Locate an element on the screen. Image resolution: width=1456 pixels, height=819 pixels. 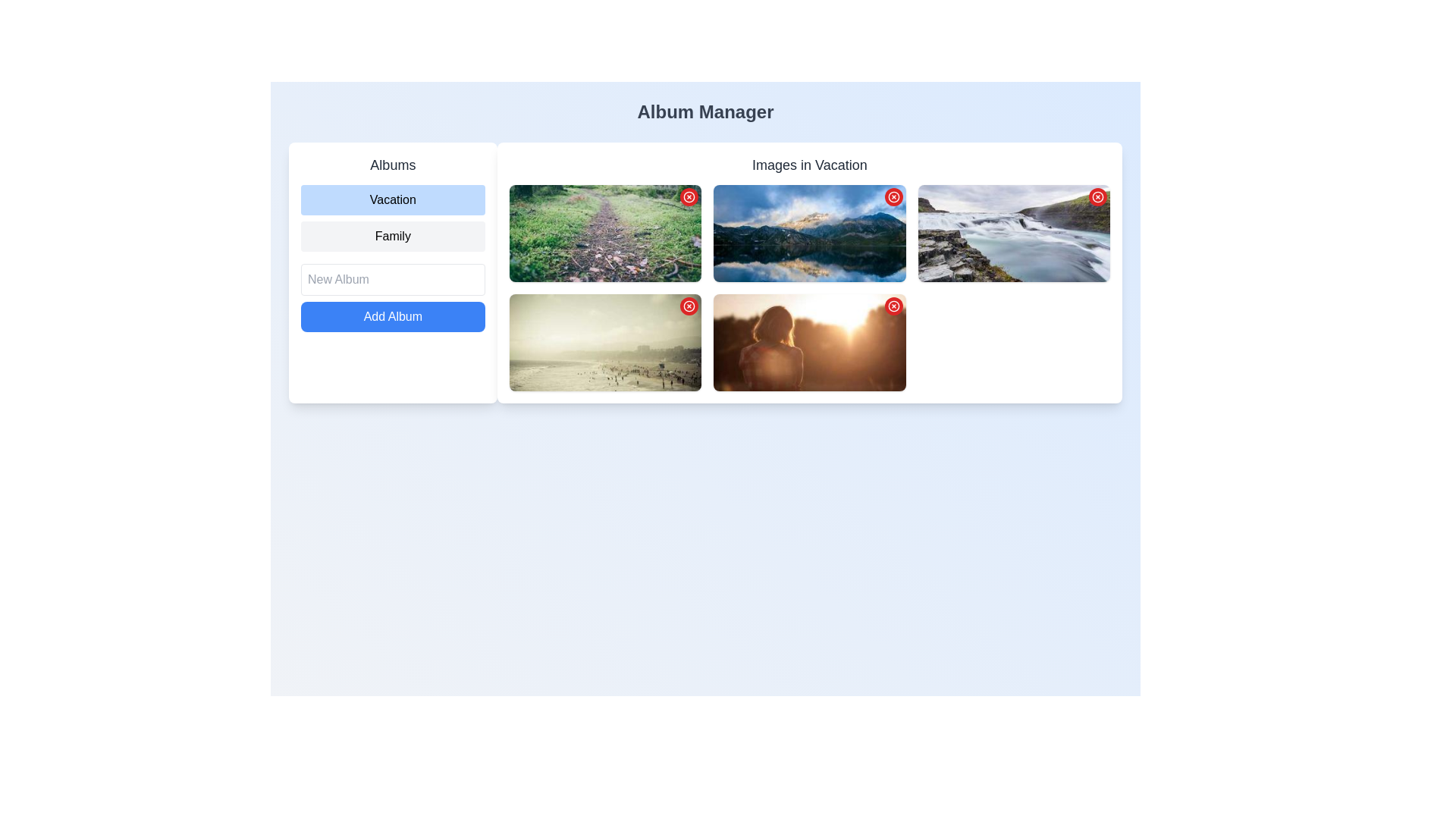
the 'Add Album' button, which has a blue background and white text is located at coordinates (393, 315).